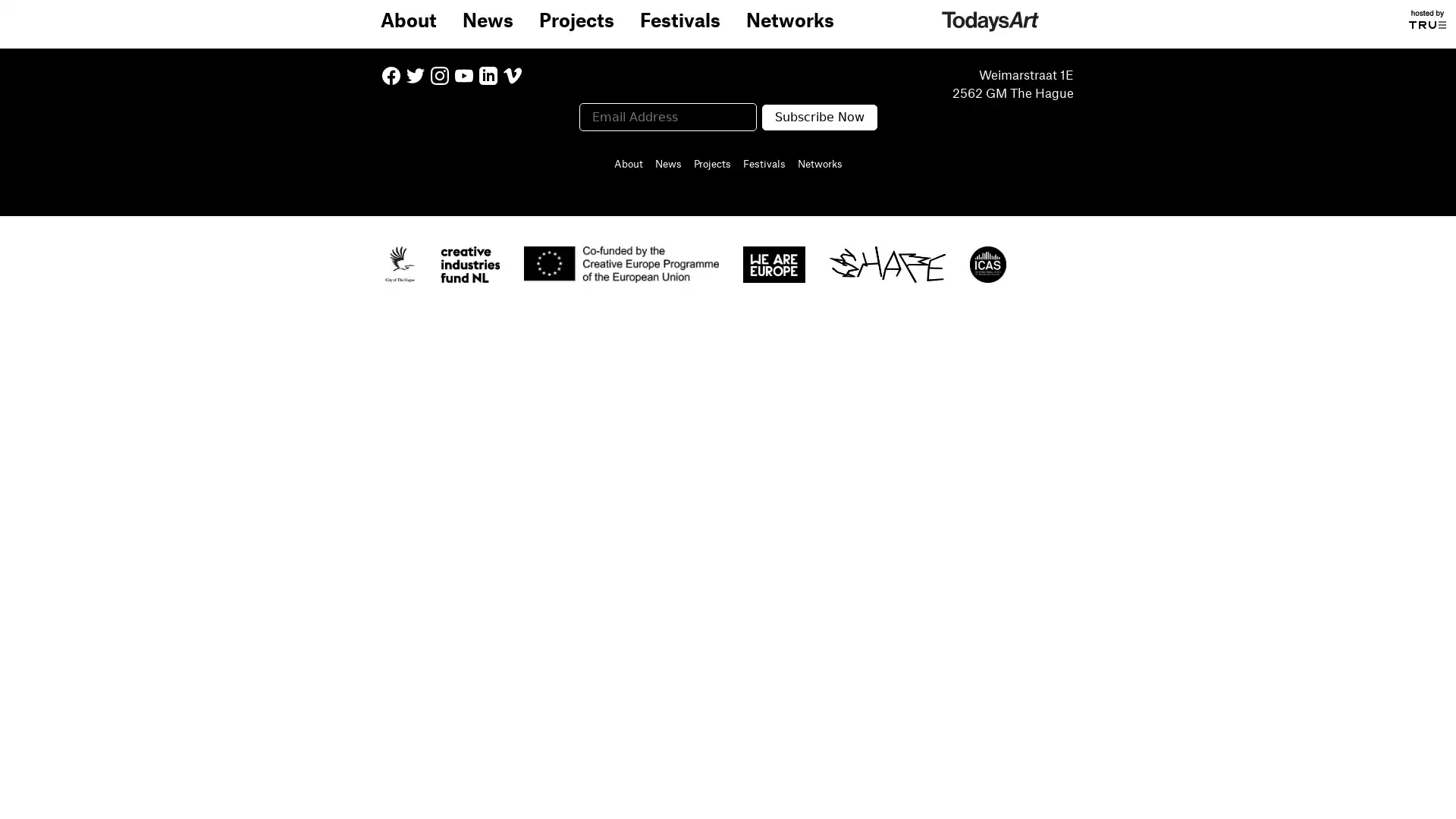 The height and width of the screenshot is (819, 1456). I want to click on Subscribe Now, so click(818, 116).